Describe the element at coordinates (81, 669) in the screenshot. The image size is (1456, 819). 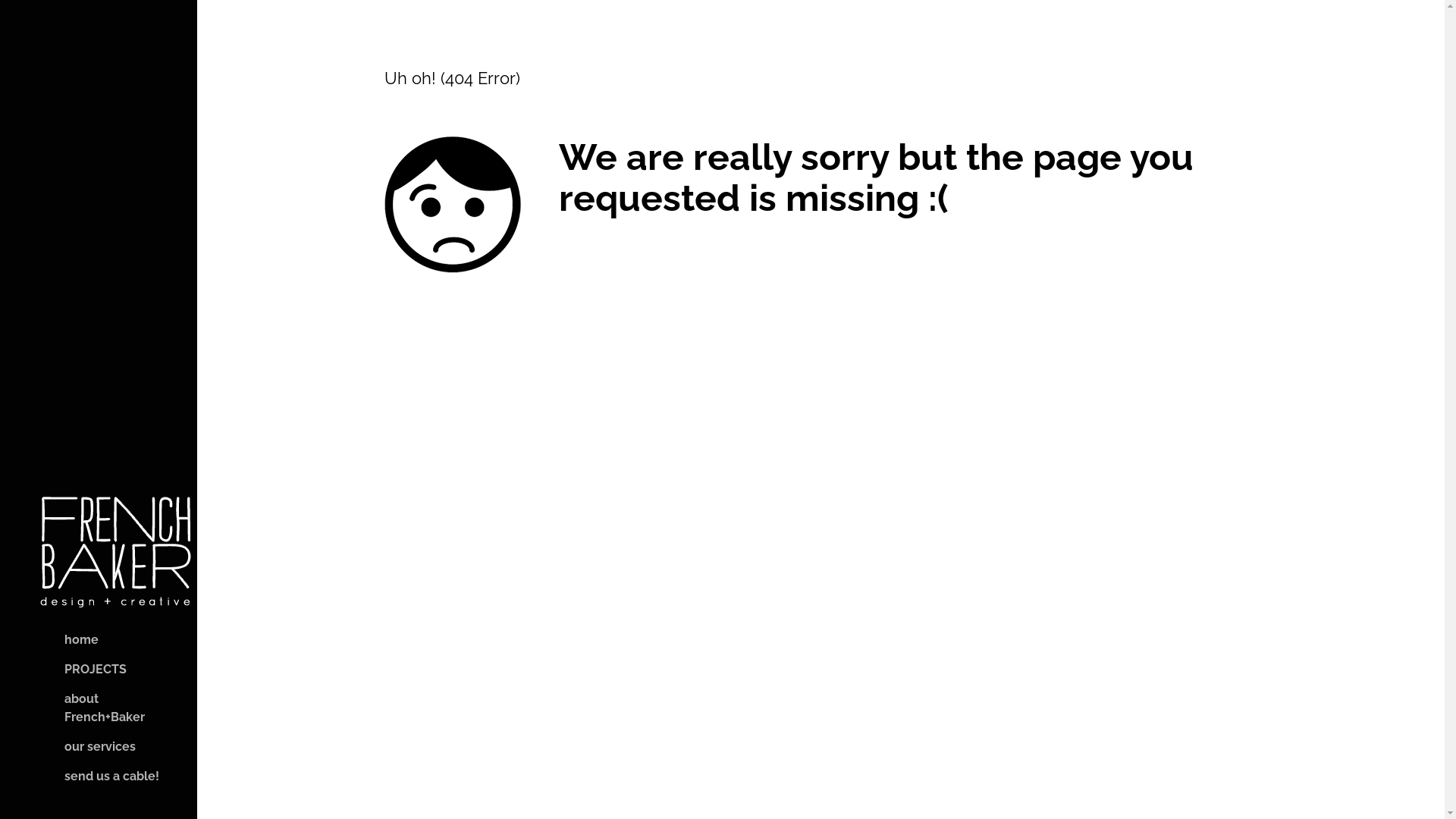
I see `'PROJECTS'` at that location.